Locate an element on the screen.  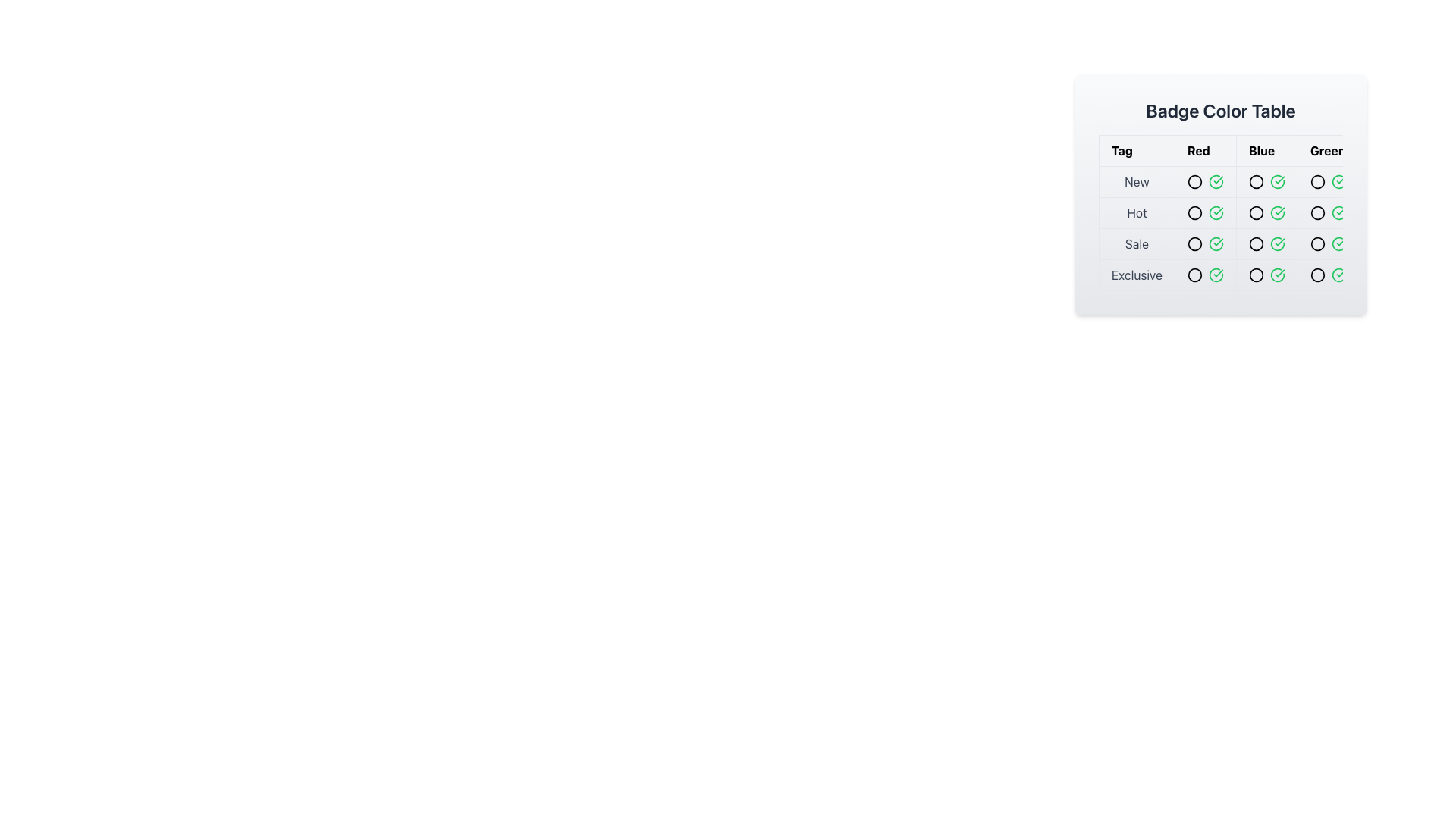
the 'Blue' badge icon in the 'Hot' tag cell, which is located in the second column and second row of the table is located at coordinates (1256, 213).